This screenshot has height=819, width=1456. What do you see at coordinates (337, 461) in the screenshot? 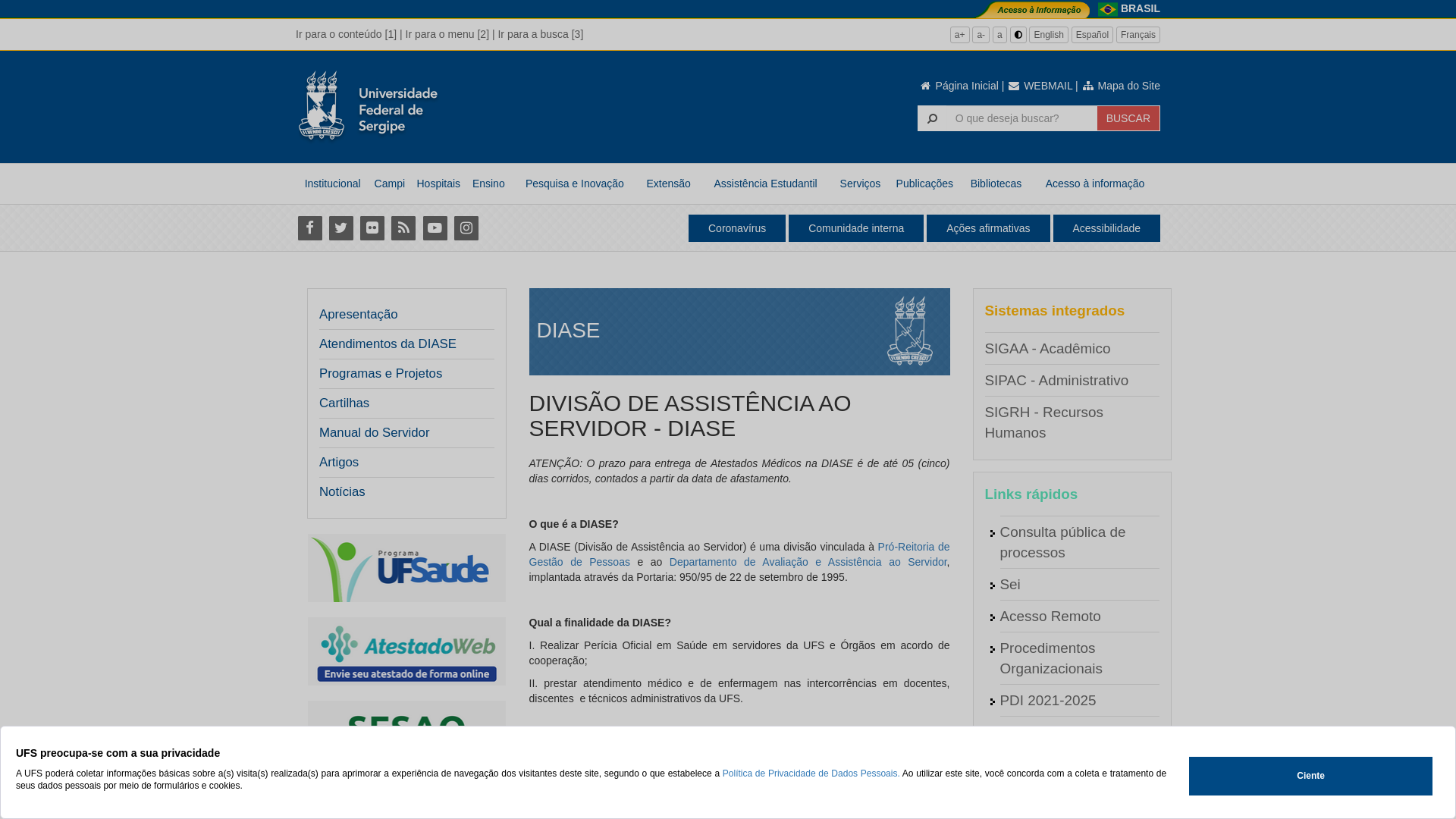
I see `'Artigos'` at bounding box center [337, 461].